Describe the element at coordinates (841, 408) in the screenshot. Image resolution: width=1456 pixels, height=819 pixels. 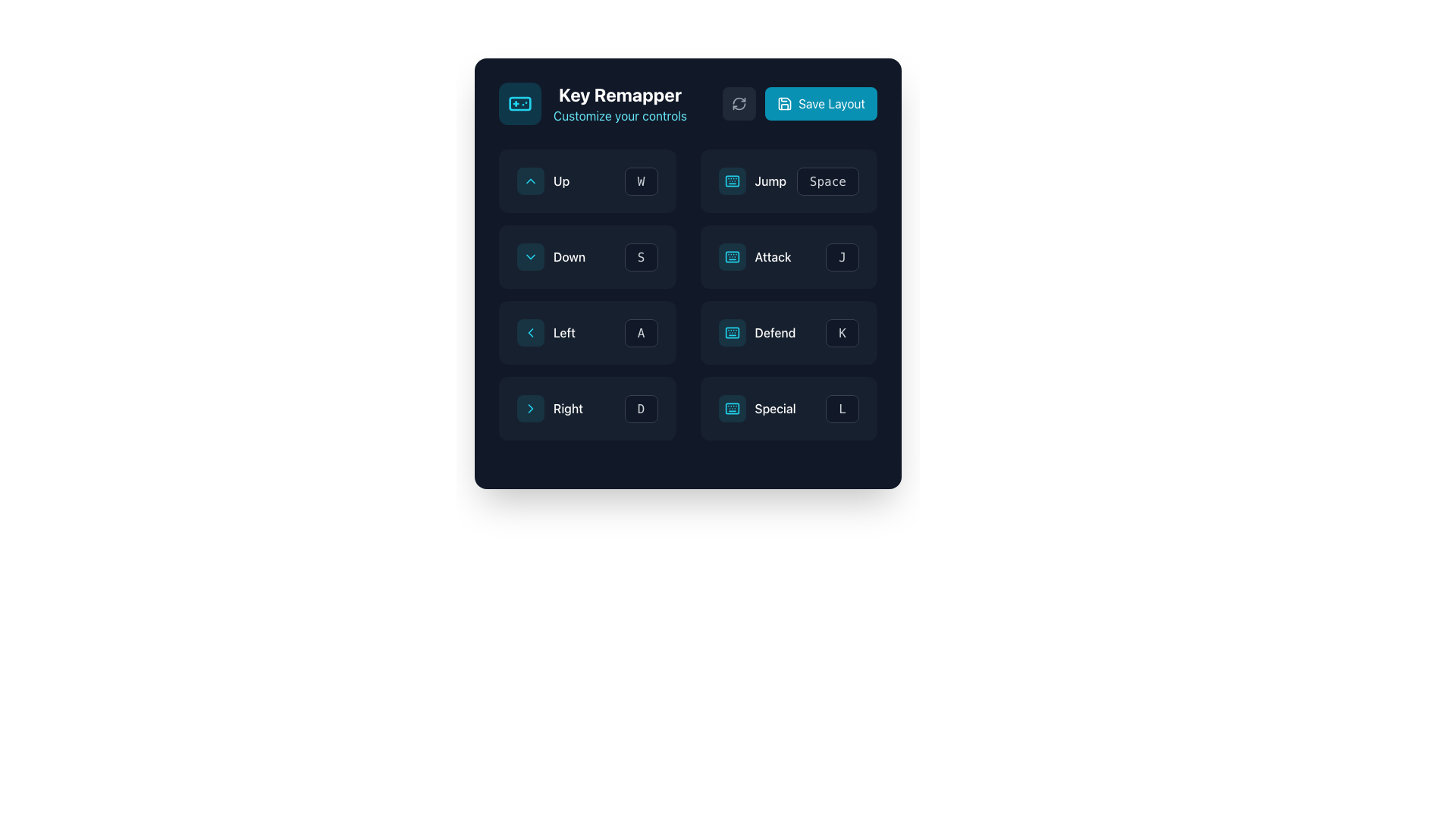
I see `the button labeled 'L'` at that location.